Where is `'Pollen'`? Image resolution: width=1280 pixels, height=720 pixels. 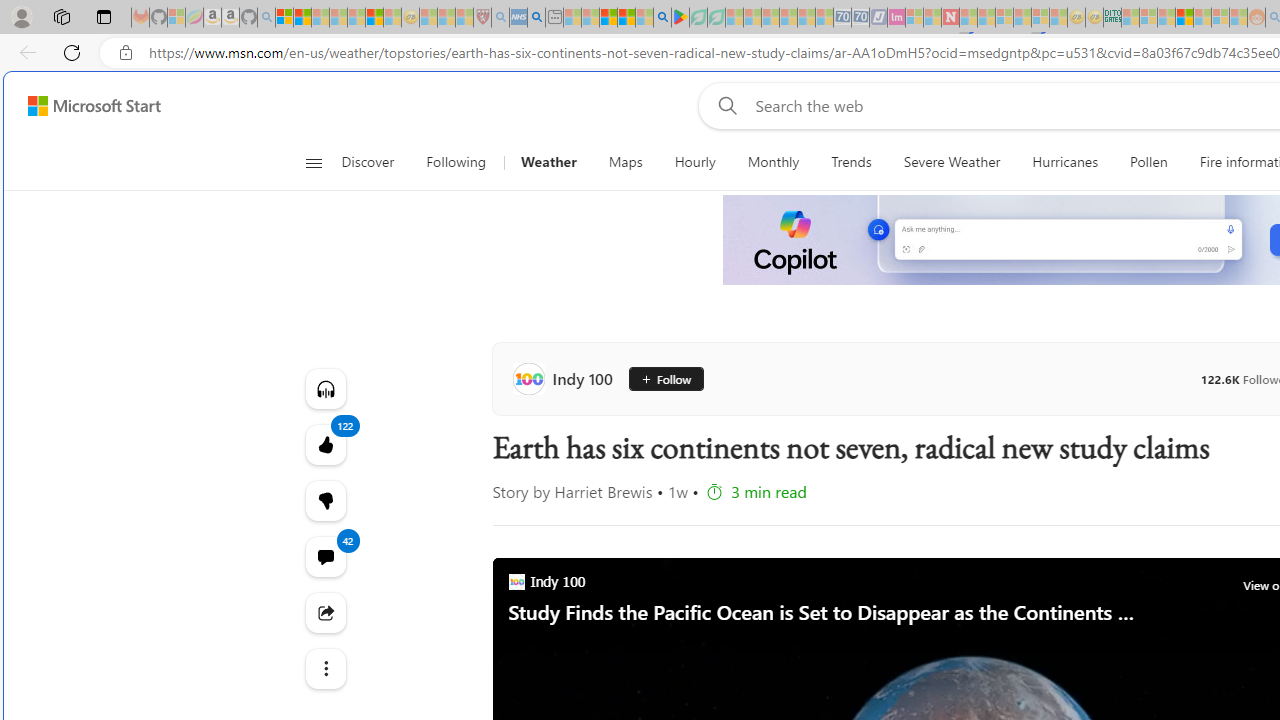
'Pollen' is located at coordinates (1148, 162).